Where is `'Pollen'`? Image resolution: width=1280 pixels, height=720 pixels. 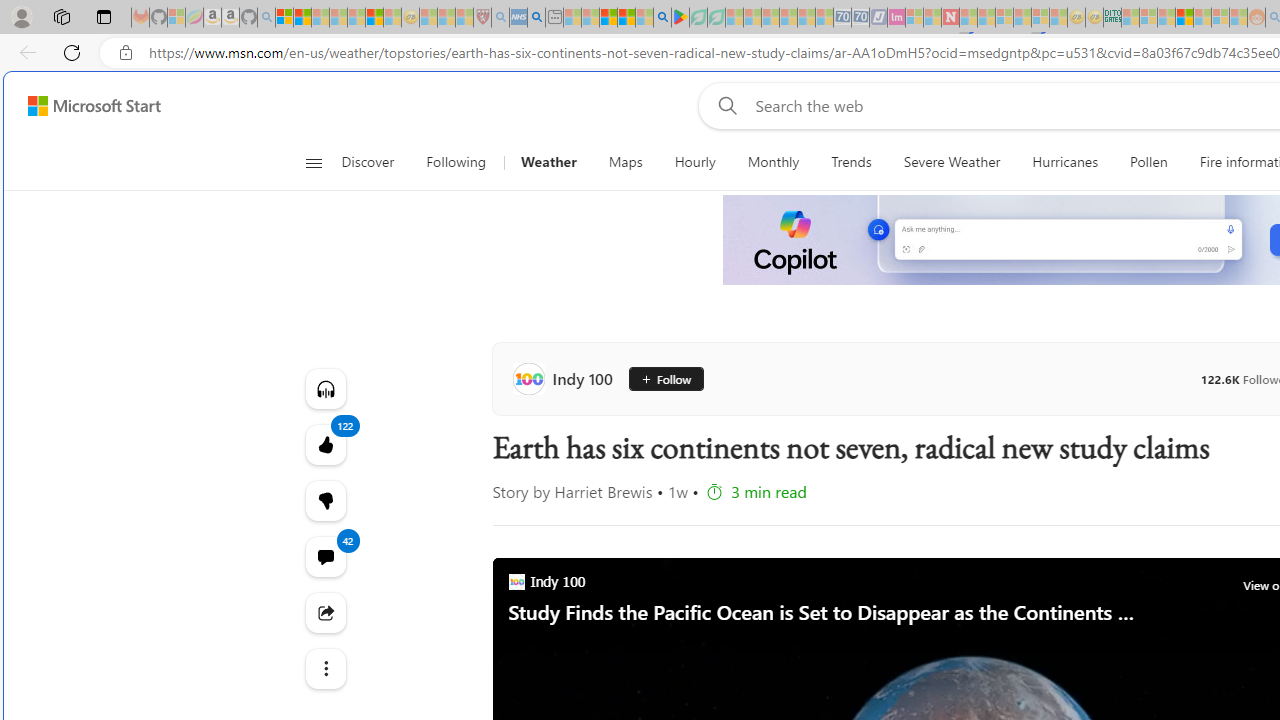
'Pollen' is located at coordinates (1148, 162).